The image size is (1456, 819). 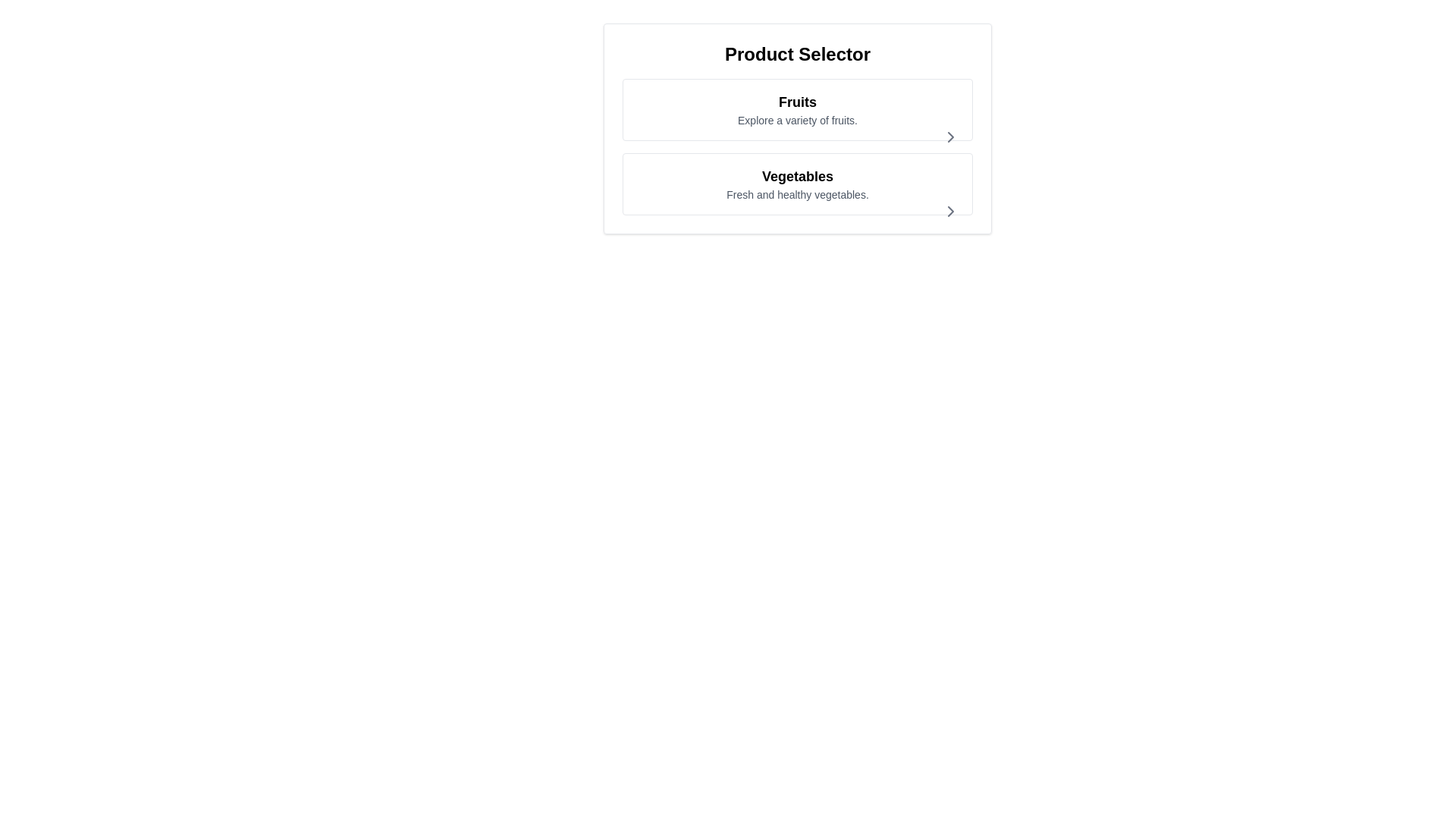 I want to click on the right-facing chevron icon located on the far right of the 'Vegetables' card in the 'Product Selector' section, so click(x=949, y=211).